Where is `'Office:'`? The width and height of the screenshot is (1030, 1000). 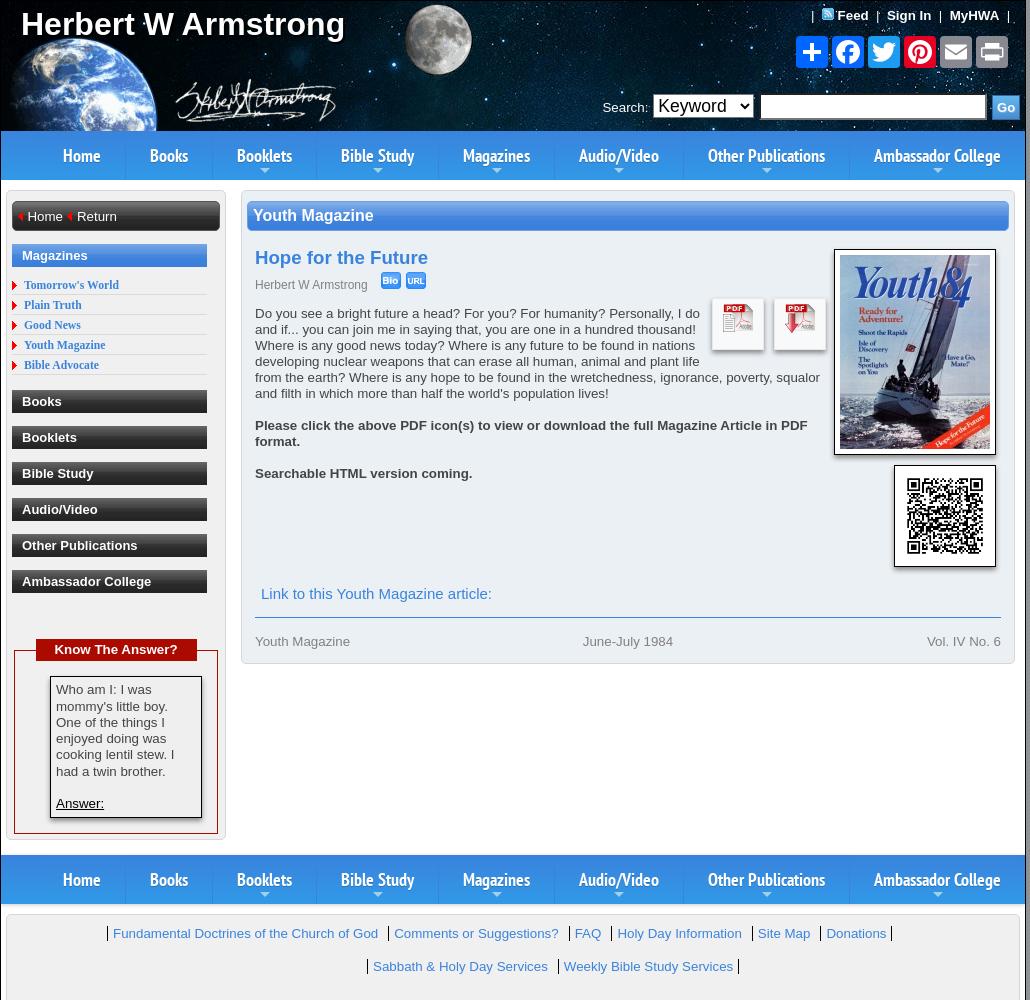
'Office:' is located at coordinates (470, 392).